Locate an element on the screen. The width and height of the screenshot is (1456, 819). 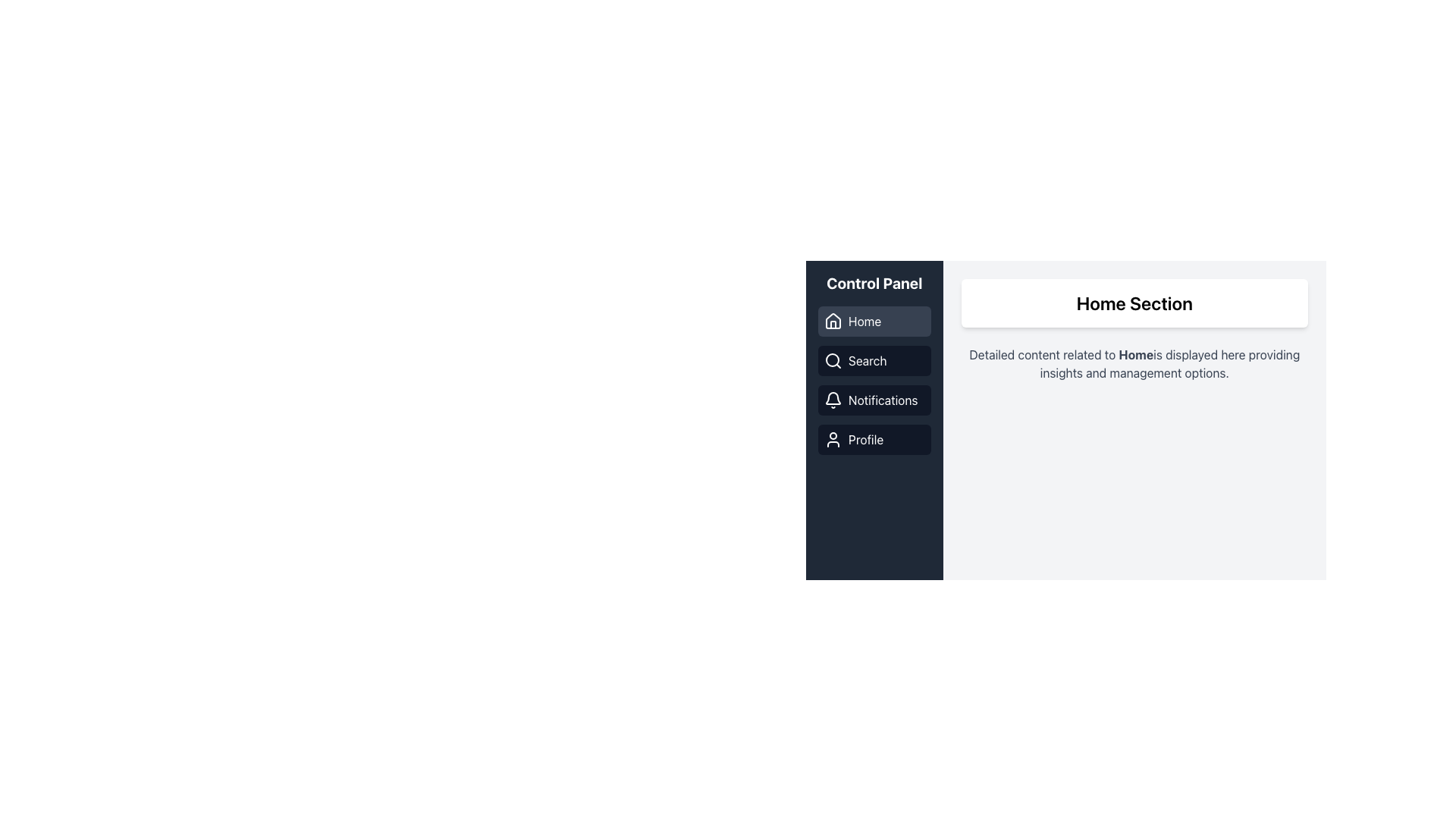
the 'Search' Icon located on the left sidebar, which is the second item in the vertical menu, positioned to the left of the text label 'Search' is located at coordinates (833, 360).